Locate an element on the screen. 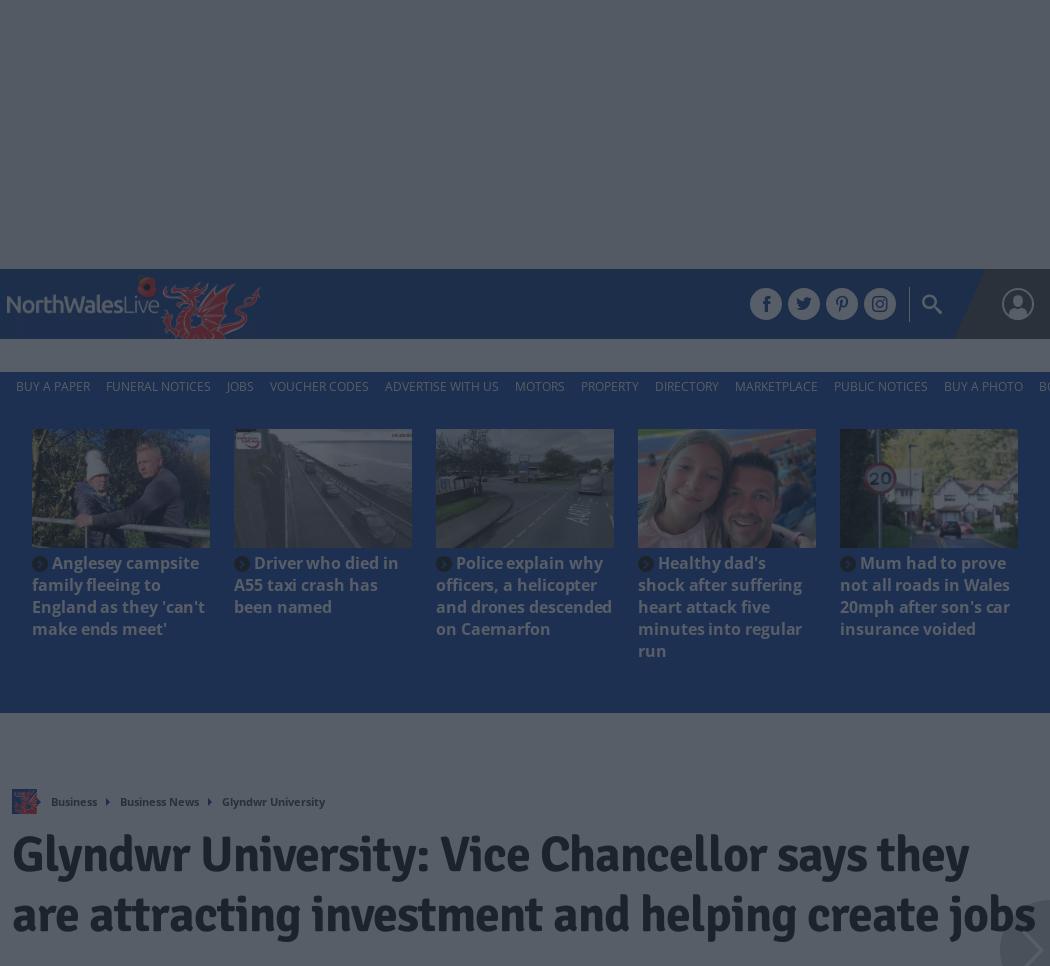 This screenshot has width=1050, height=966. 'Buy a Paper' is located at coordinates (52, 386).